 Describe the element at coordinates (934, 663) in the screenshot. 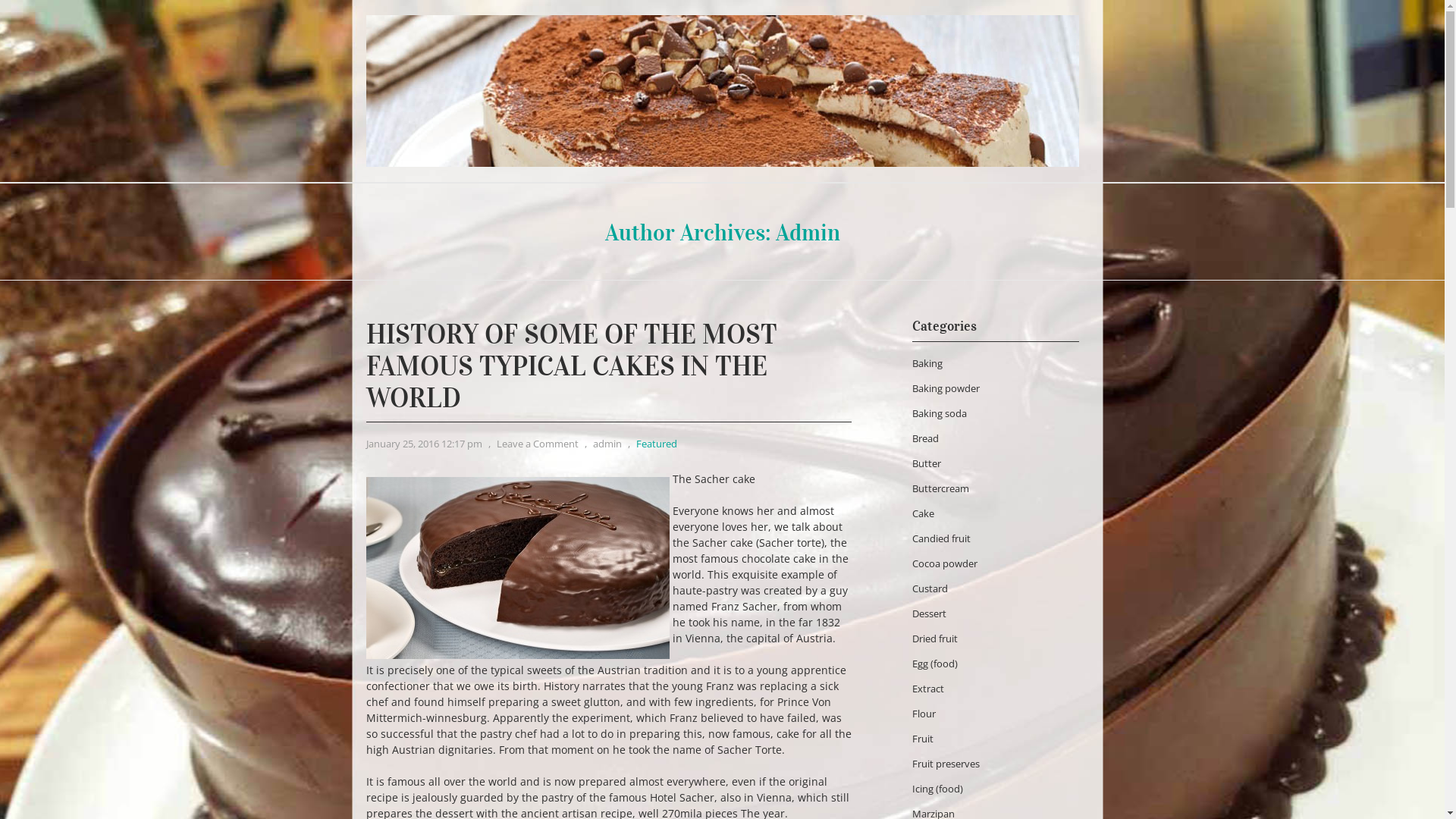

I see `'Egg (food)'` at that location.